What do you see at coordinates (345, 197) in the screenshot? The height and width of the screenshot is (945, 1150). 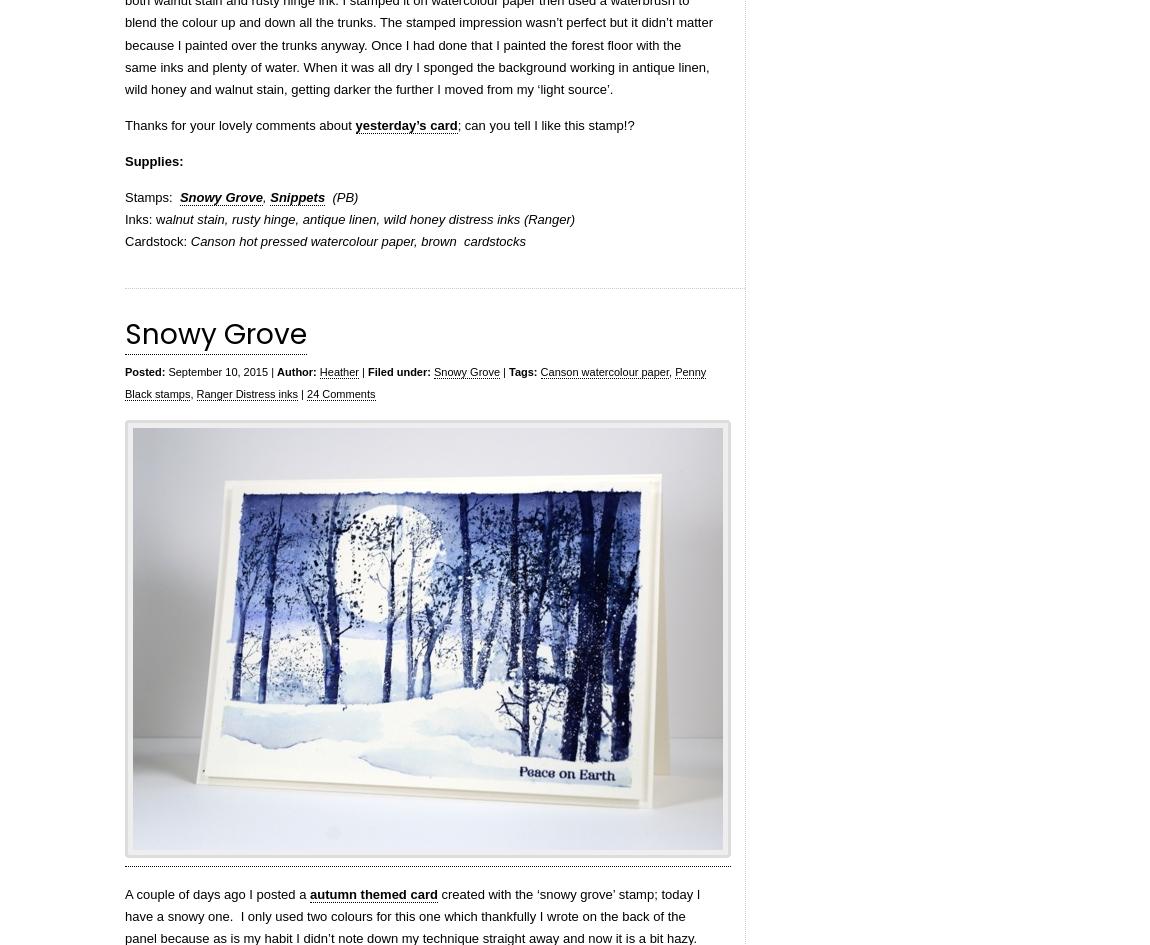 I see `'(PB)'` at bounding box center [345, 197].